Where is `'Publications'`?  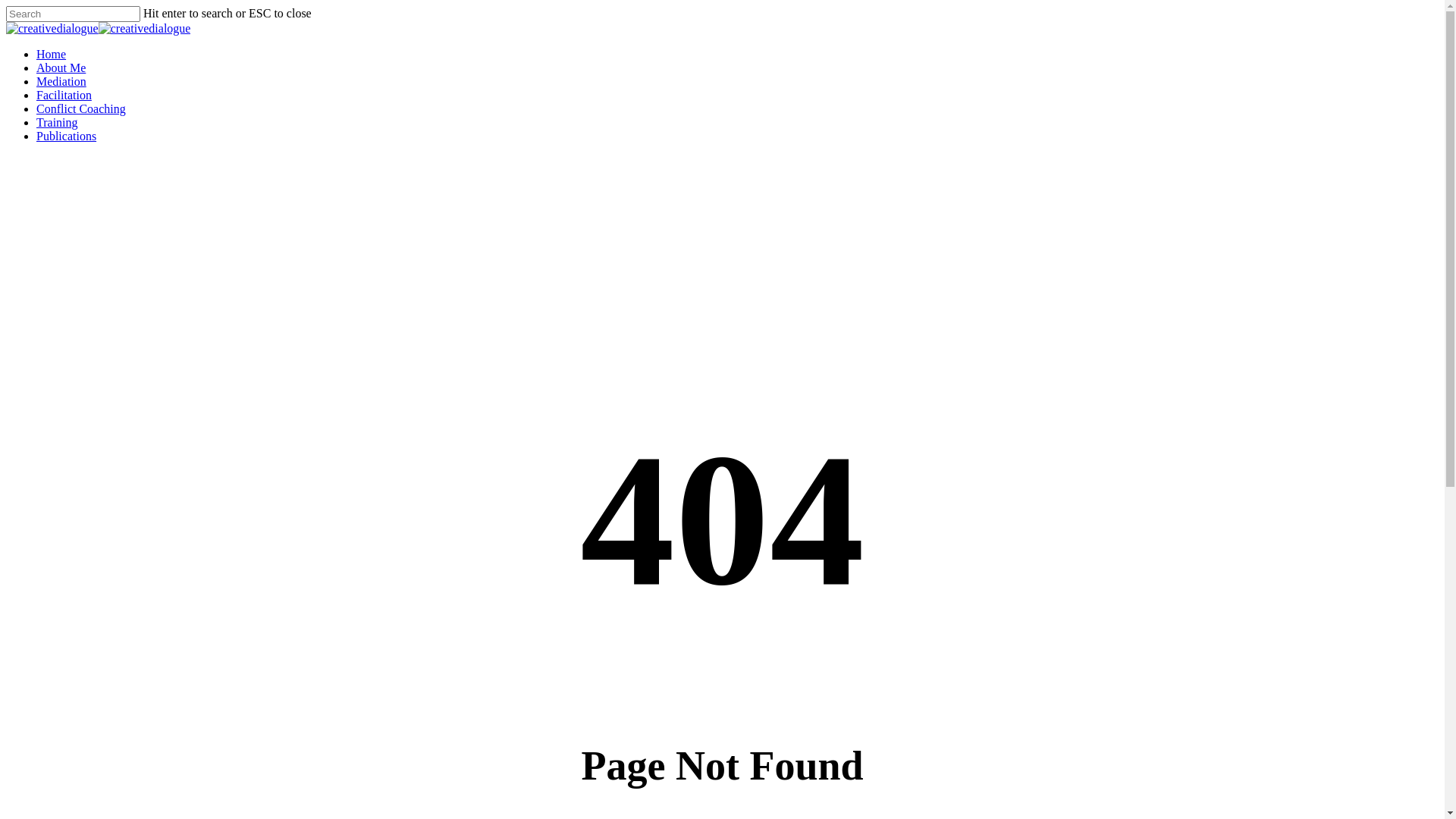 'Publications' is located at coordinates (36, 135).